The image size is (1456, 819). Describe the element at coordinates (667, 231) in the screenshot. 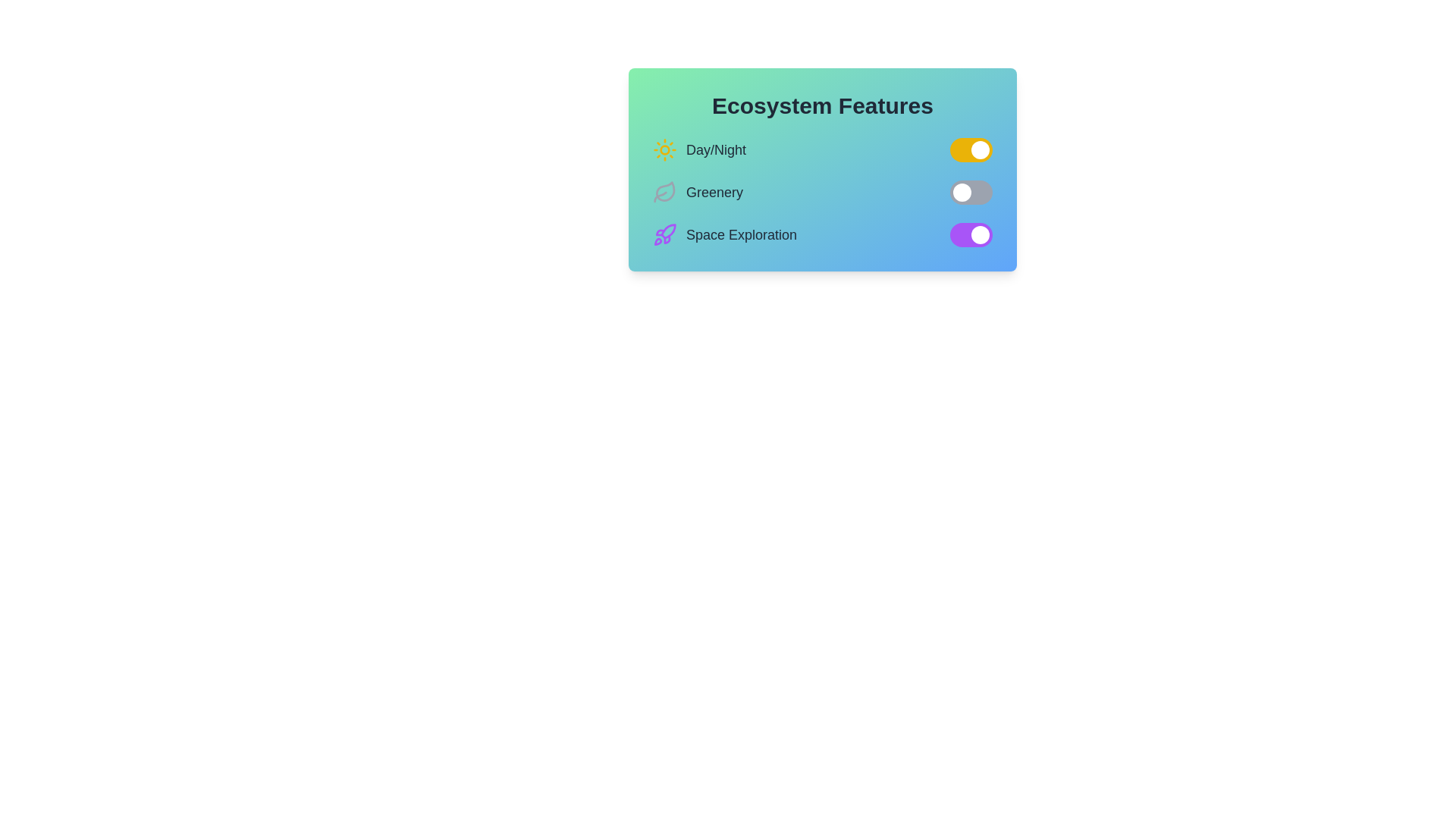

I see `the rocket-shaped icon representing space exploration, located in the lower-left part of the Ecosystem Features panel, below two other similar elements` at that location.